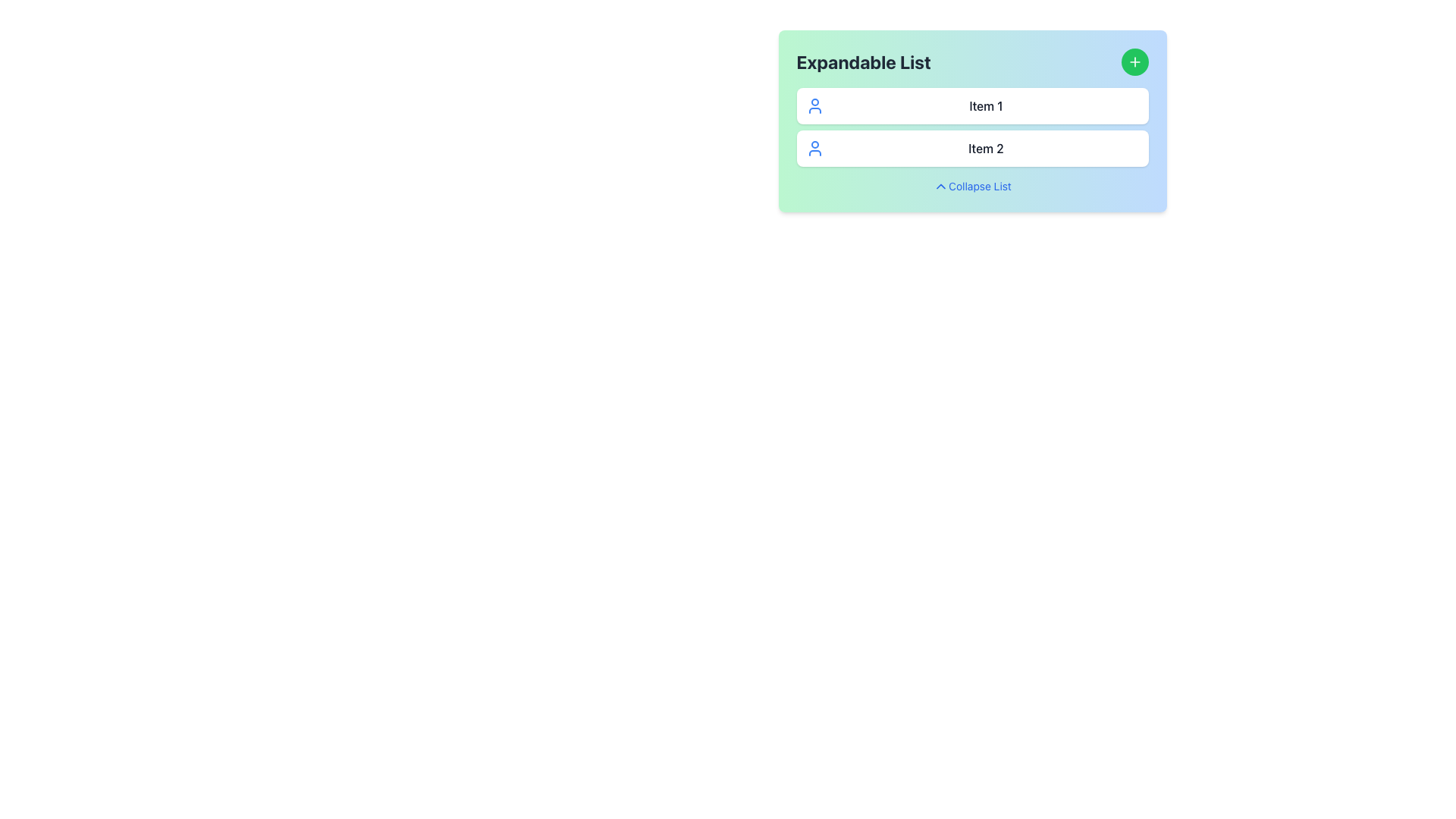 The image size is (1456, 819). Describe the element at coordinates (940, 186) in the screenshot. I see `the chevron-up icon with a blue outline located to the left of the 'Collapse List' text` at that location.